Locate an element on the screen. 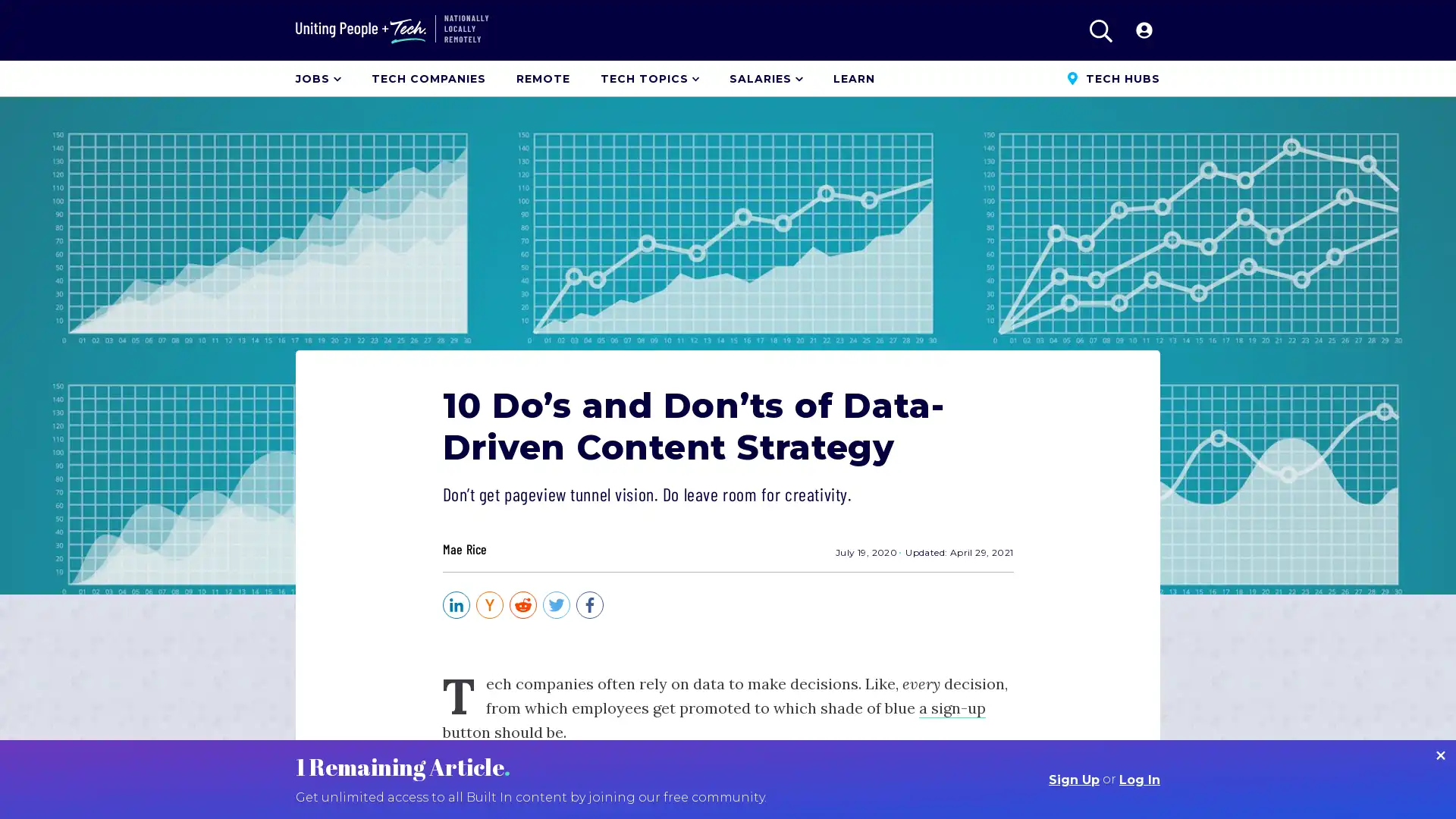 The image size is (1456, 819). Log In is located at coordinates (1139, 780).